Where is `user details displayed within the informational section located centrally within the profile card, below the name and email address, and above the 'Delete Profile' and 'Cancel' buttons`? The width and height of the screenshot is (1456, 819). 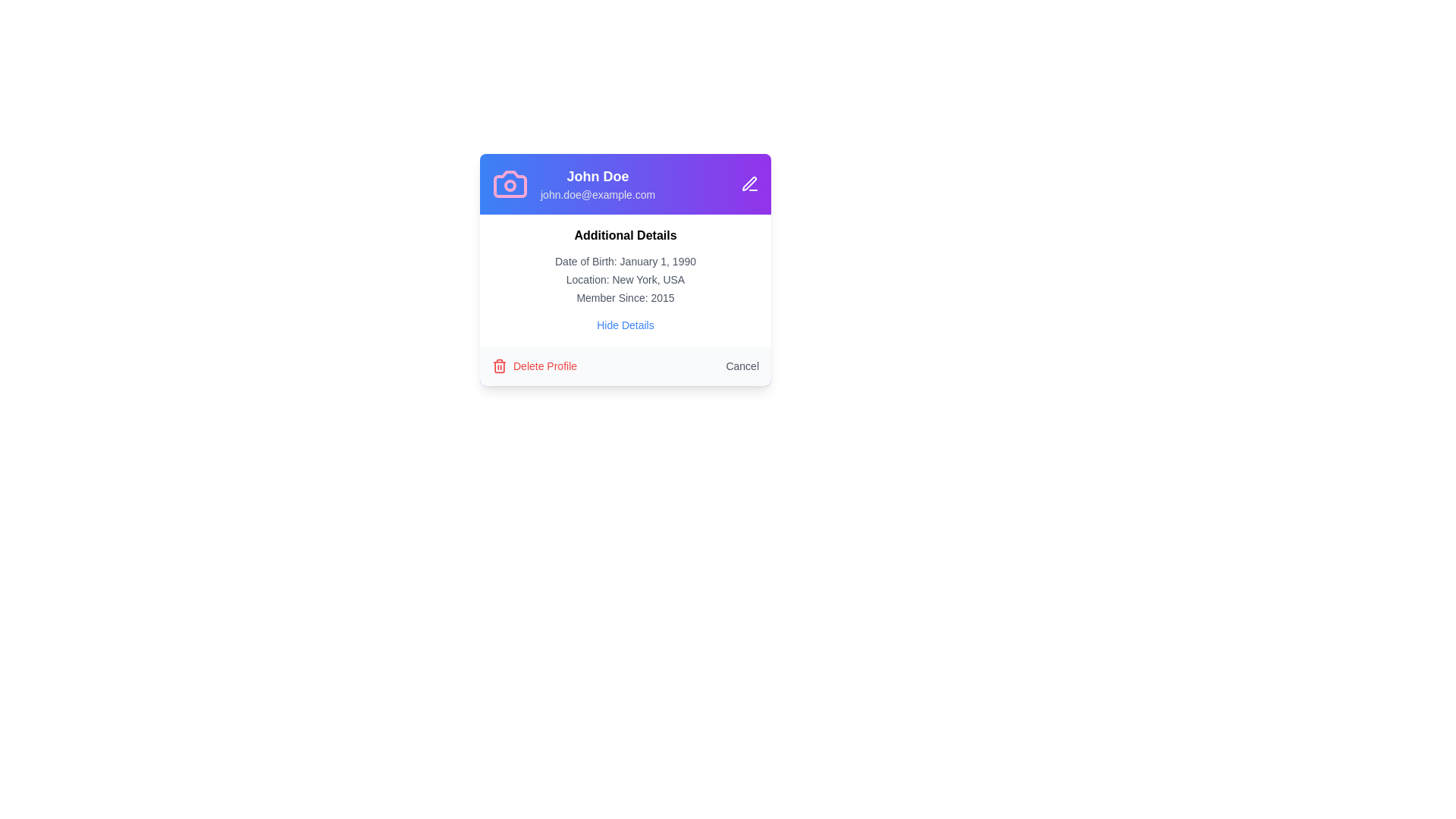 user details displayed within the informational section located centrally within the profile card, below the name and email address, and above the 'Delete Profile' and 'Cancel' buttons is located at coordinates (626, 281).